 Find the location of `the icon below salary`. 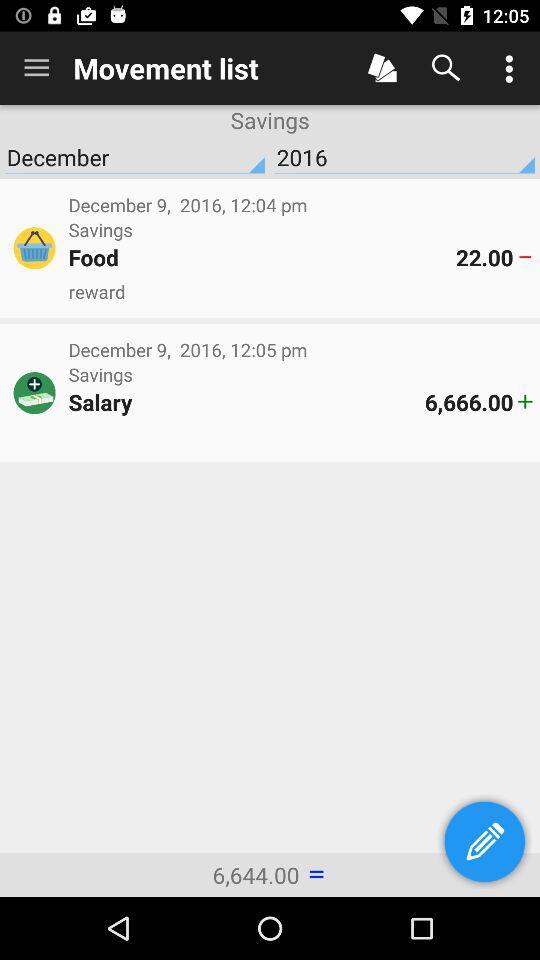

the icon below salary is located at coordinates (299, 436).